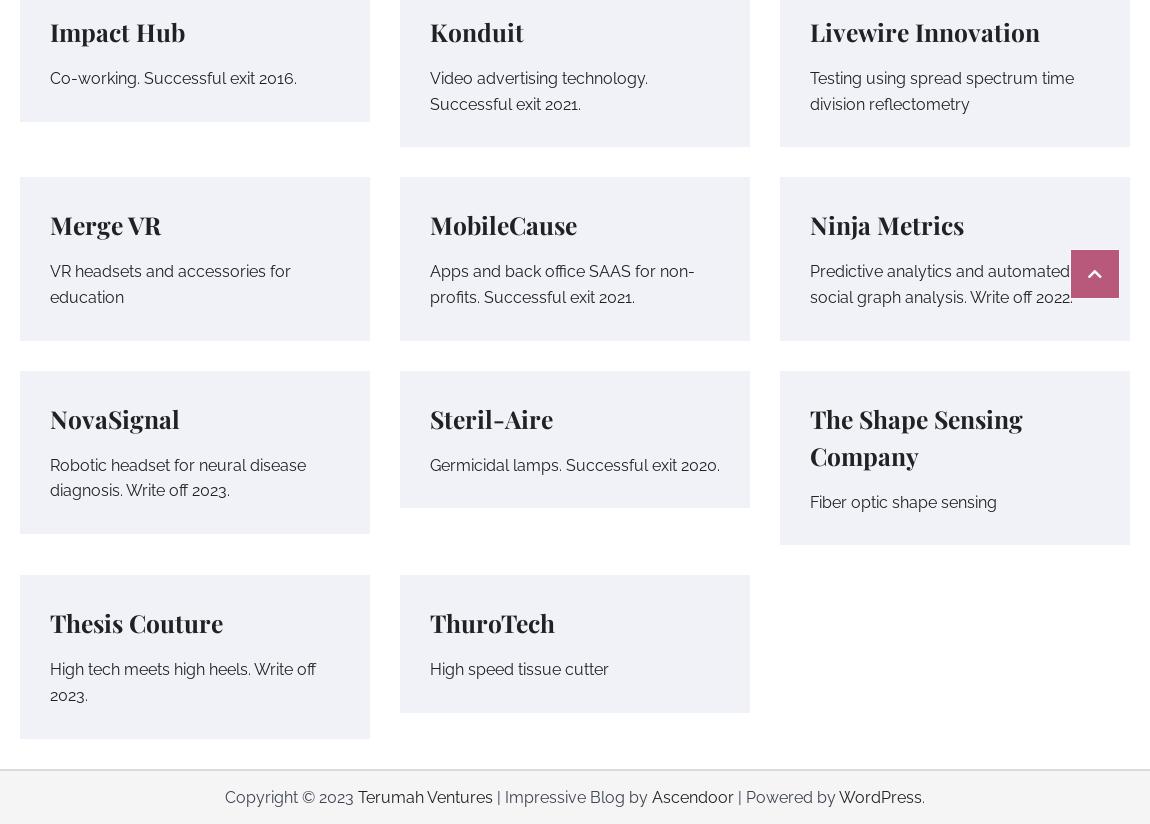  I want to click on 'Fiber optic shape sensing', so click(808, 500).